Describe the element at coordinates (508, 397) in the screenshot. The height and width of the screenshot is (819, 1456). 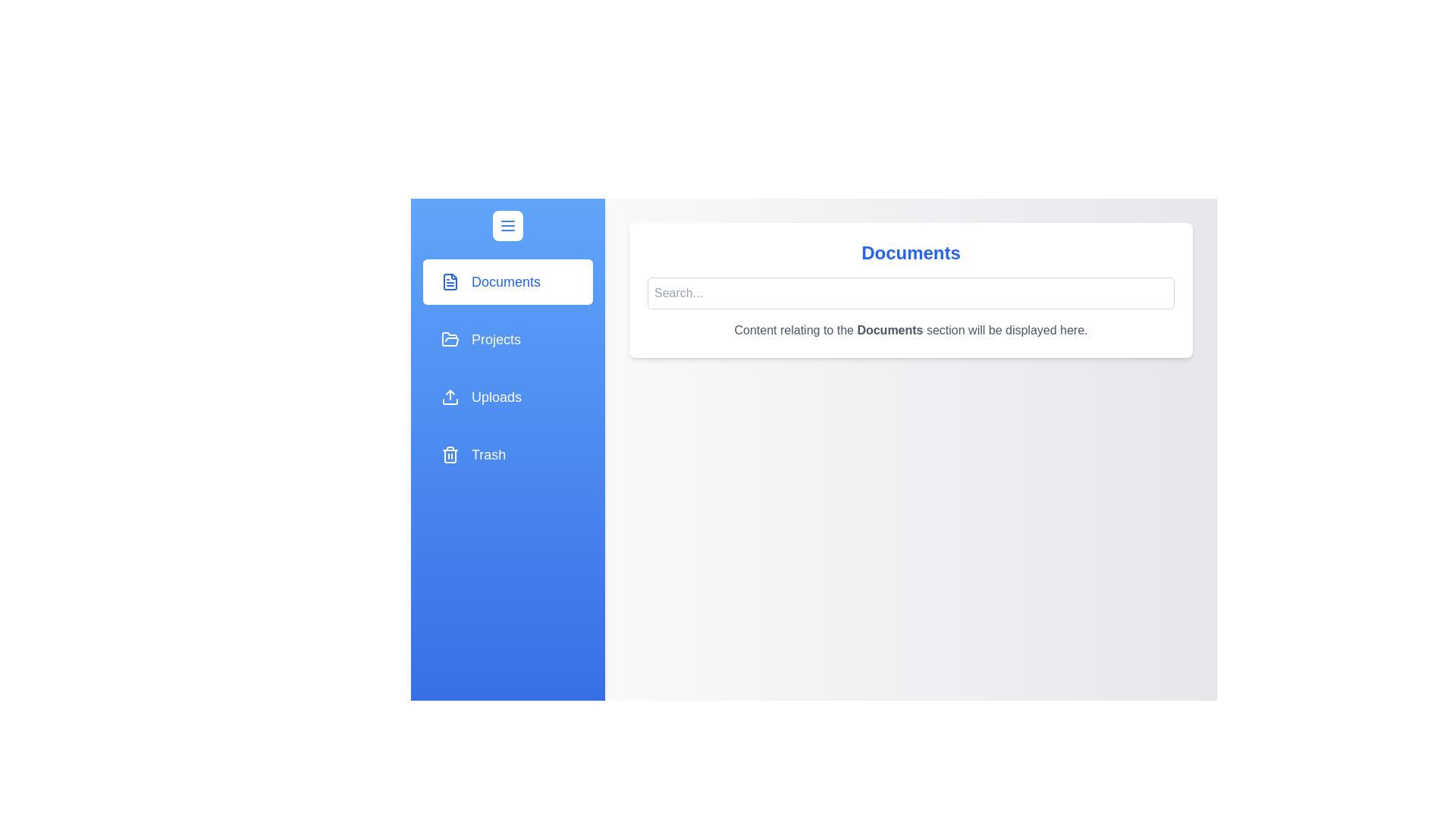
I see `the section Uploads from the list` at that location.